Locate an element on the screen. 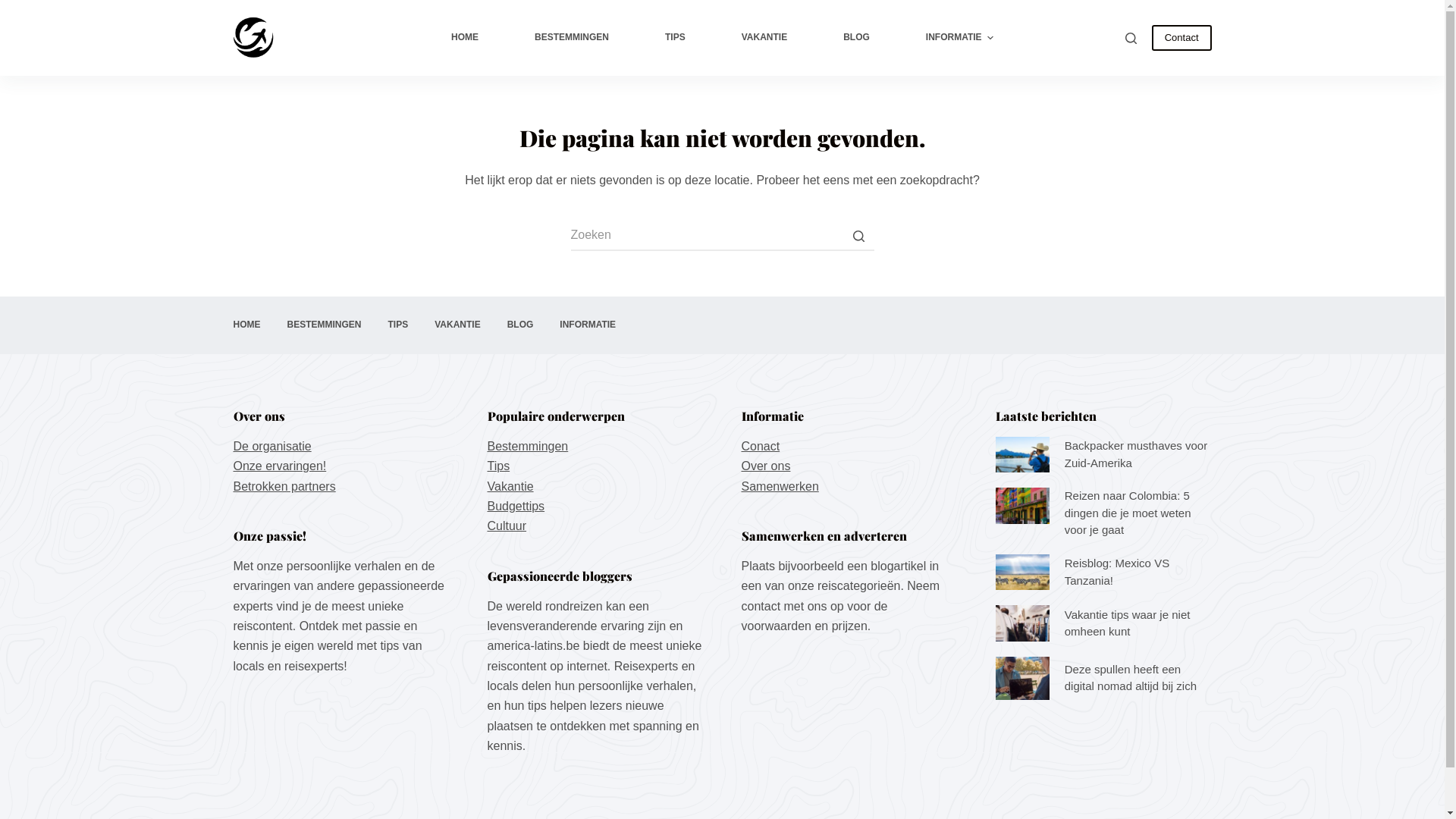  'BESTEMMINGEN' is located at coordinates (570, 37).